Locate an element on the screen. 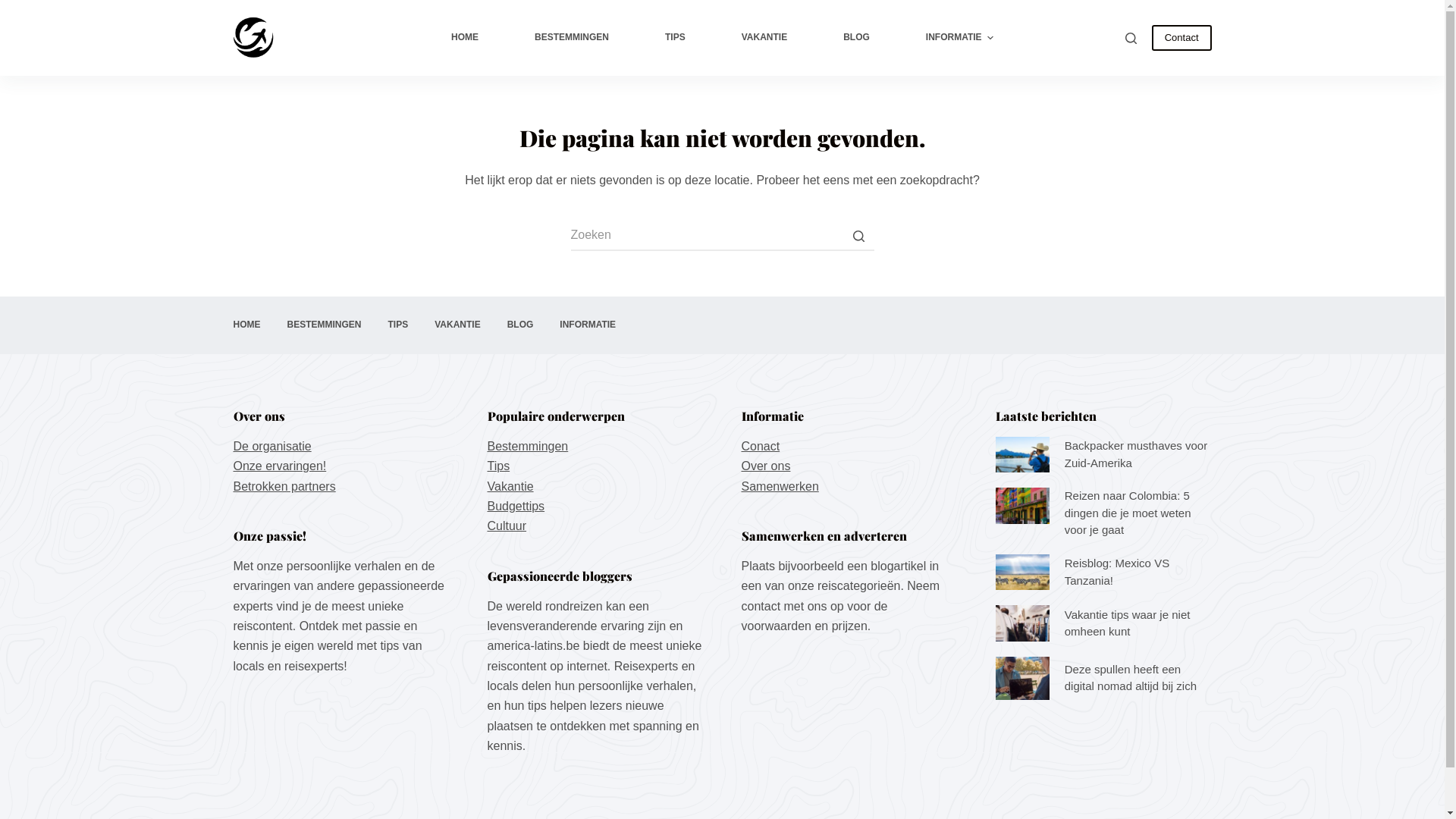  'BESTEMMINGEN' is located at coordinates (570, 37).